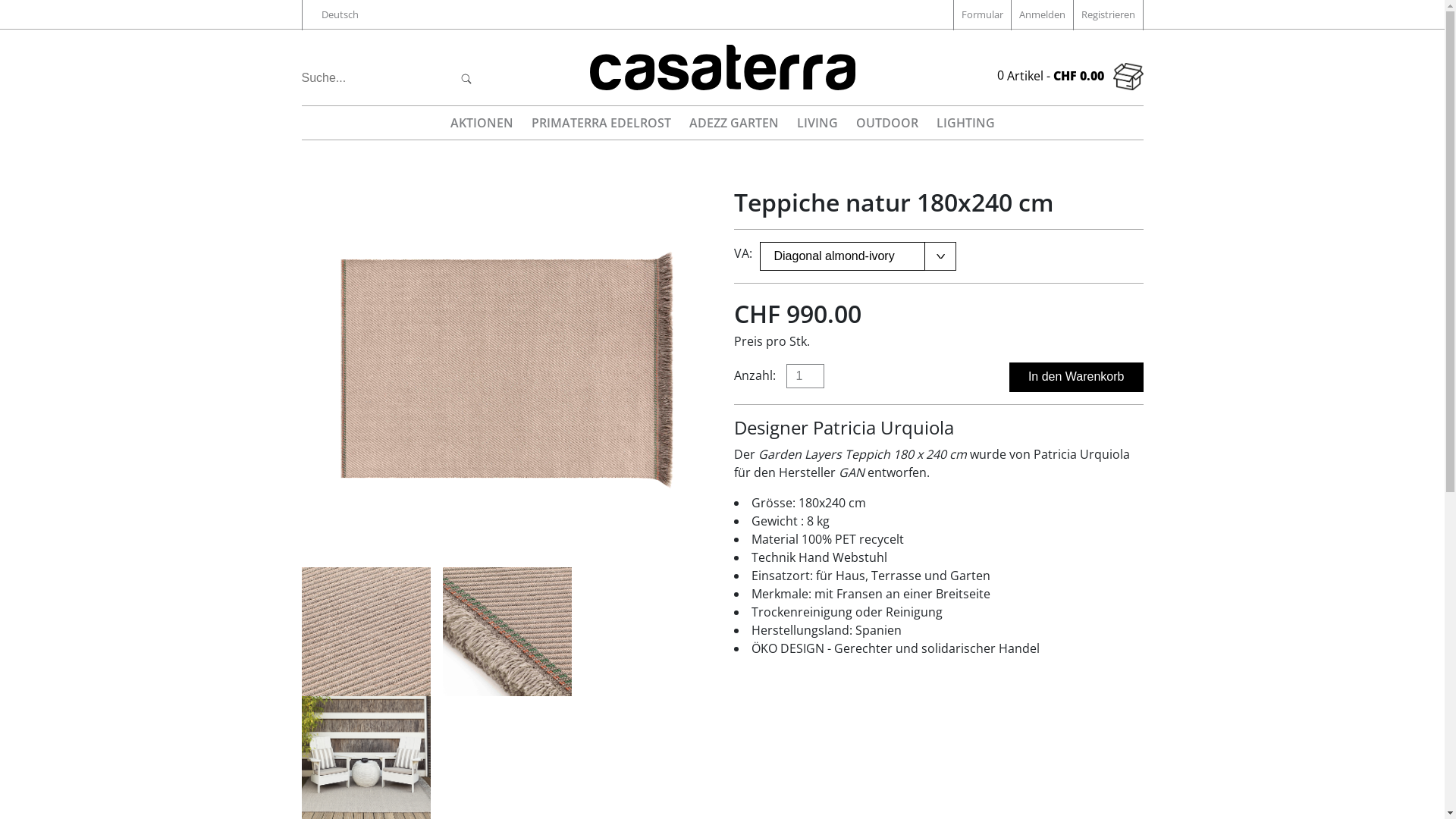 The image size is (1456, 819). What do you see at coordinates (981, 14) in the screenshot?
I see `'Formular'` at bounding box center [981, 14].